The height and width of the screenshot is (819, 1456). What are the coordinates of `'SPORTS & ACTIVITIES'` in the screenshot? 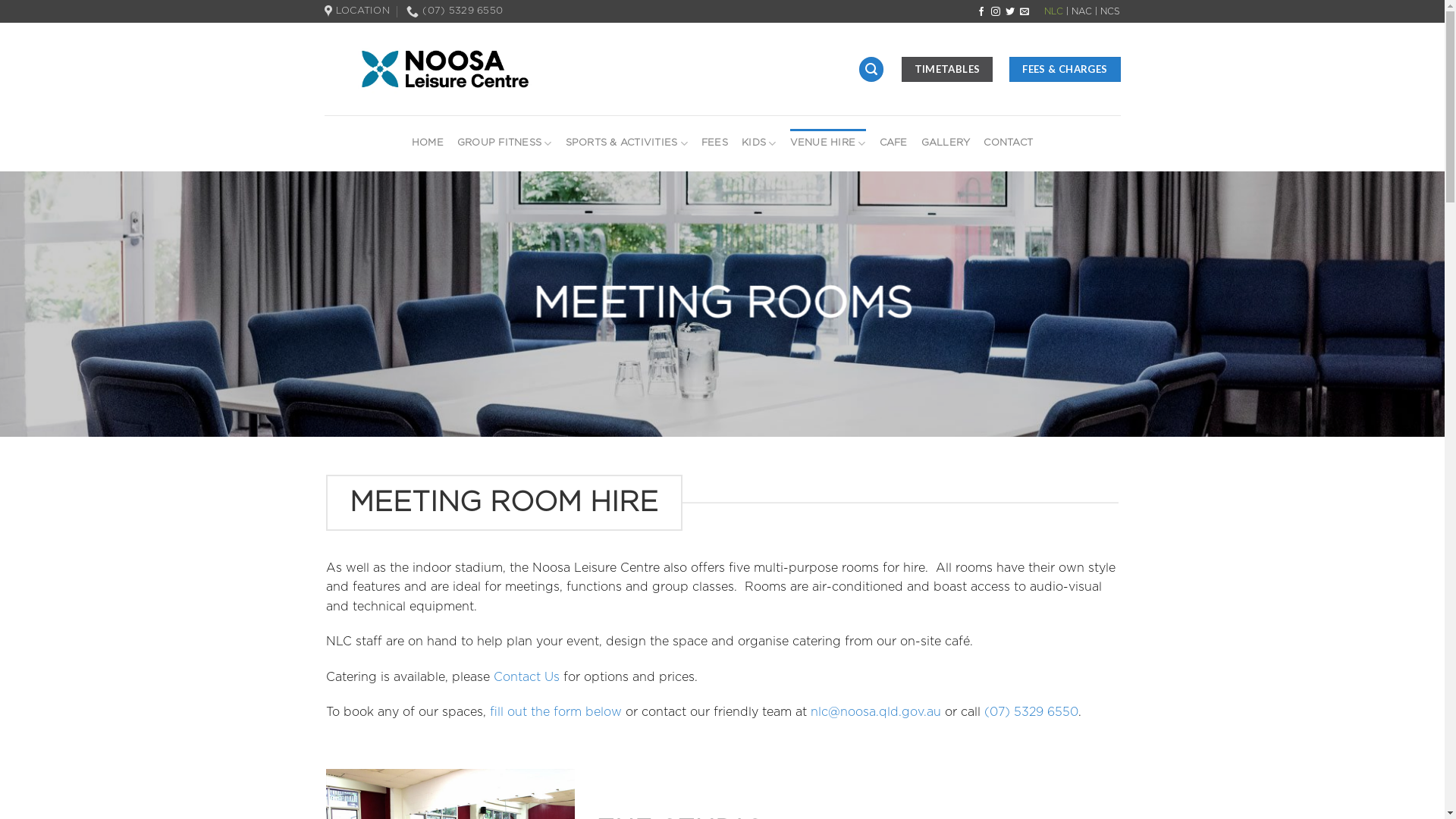 It's located at (626, 143).